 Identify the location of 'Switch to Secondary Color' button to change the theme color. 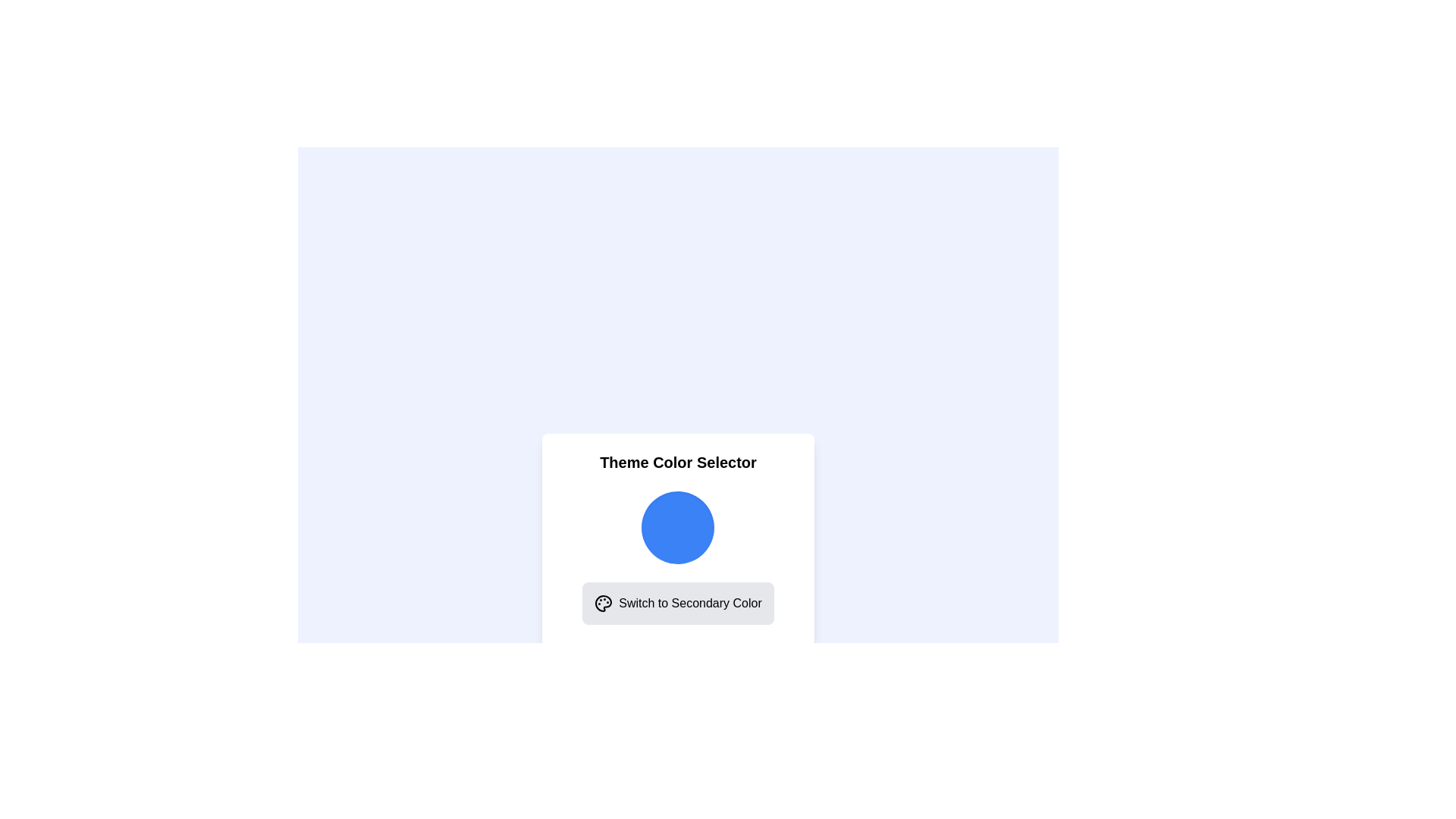
(677, 602).